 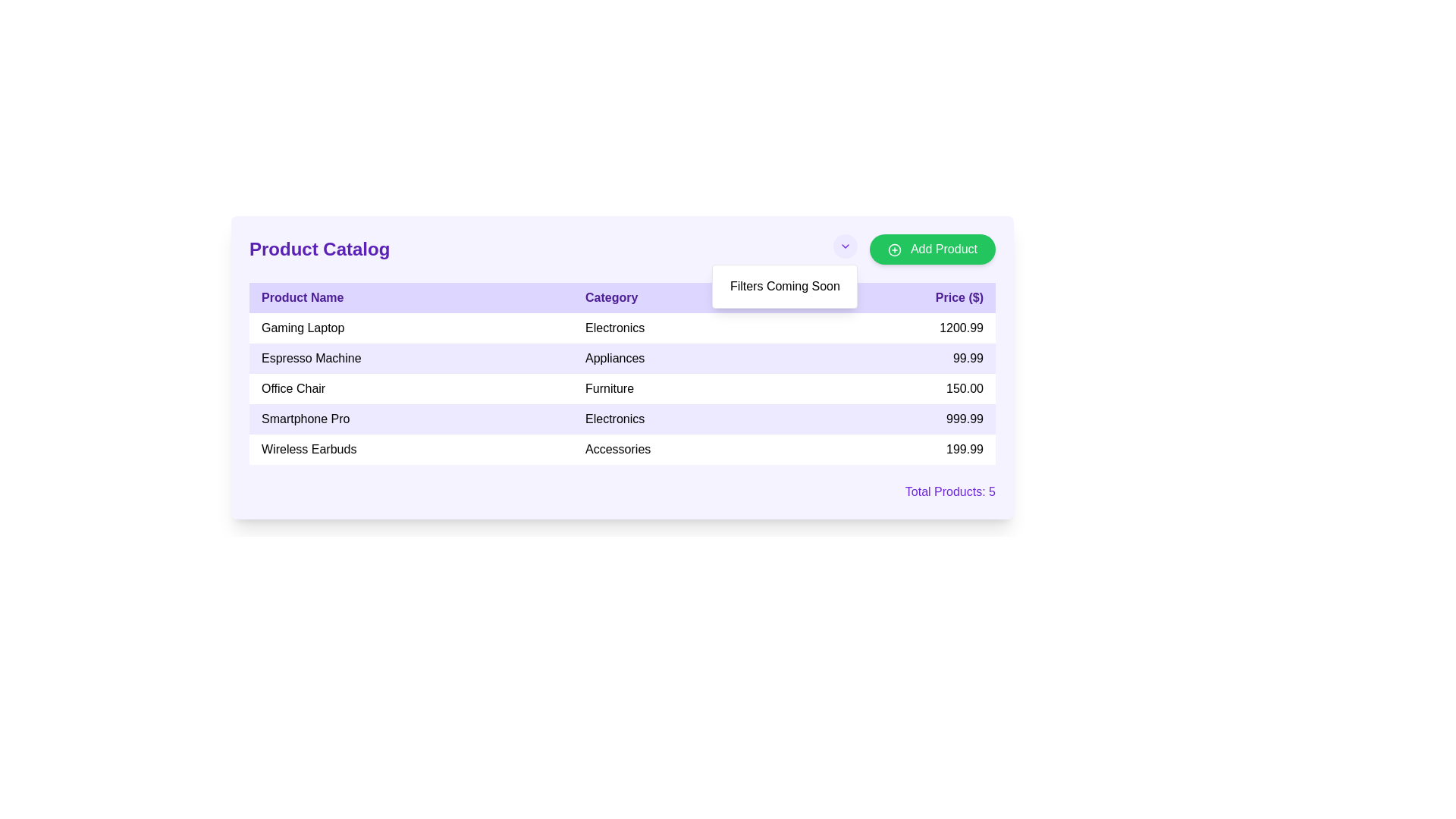 I want to click on the purple chevron-down icon located in the top-right section of the content area, which is positioned to the left of the 'Add Product' button and overlaps with a tooltip that reads 'Filters Coming Soon', so click(x=845, y=248).